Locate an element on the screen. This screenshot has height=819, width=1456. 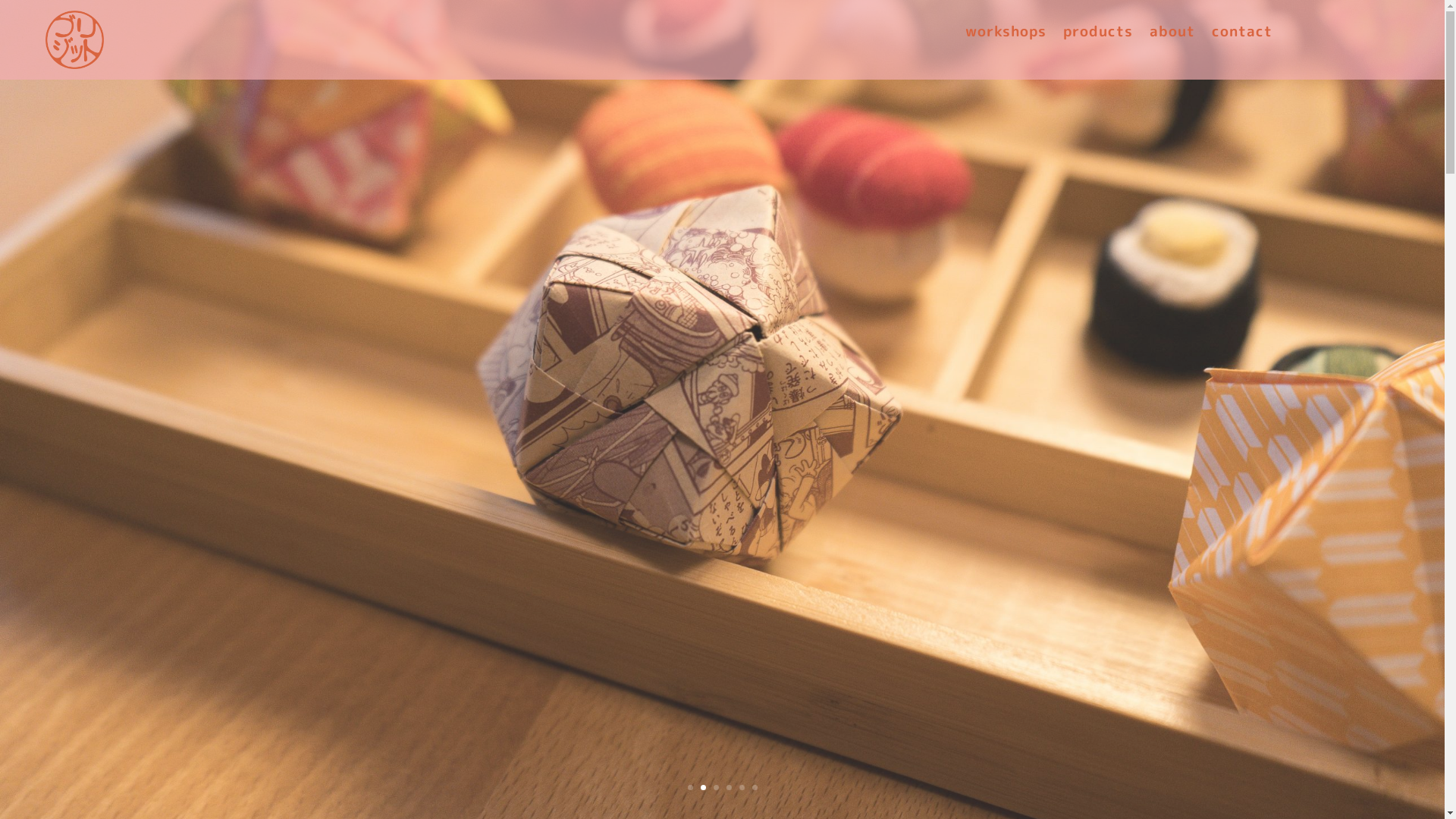
'contact' is located at coordinates (1241, 34).